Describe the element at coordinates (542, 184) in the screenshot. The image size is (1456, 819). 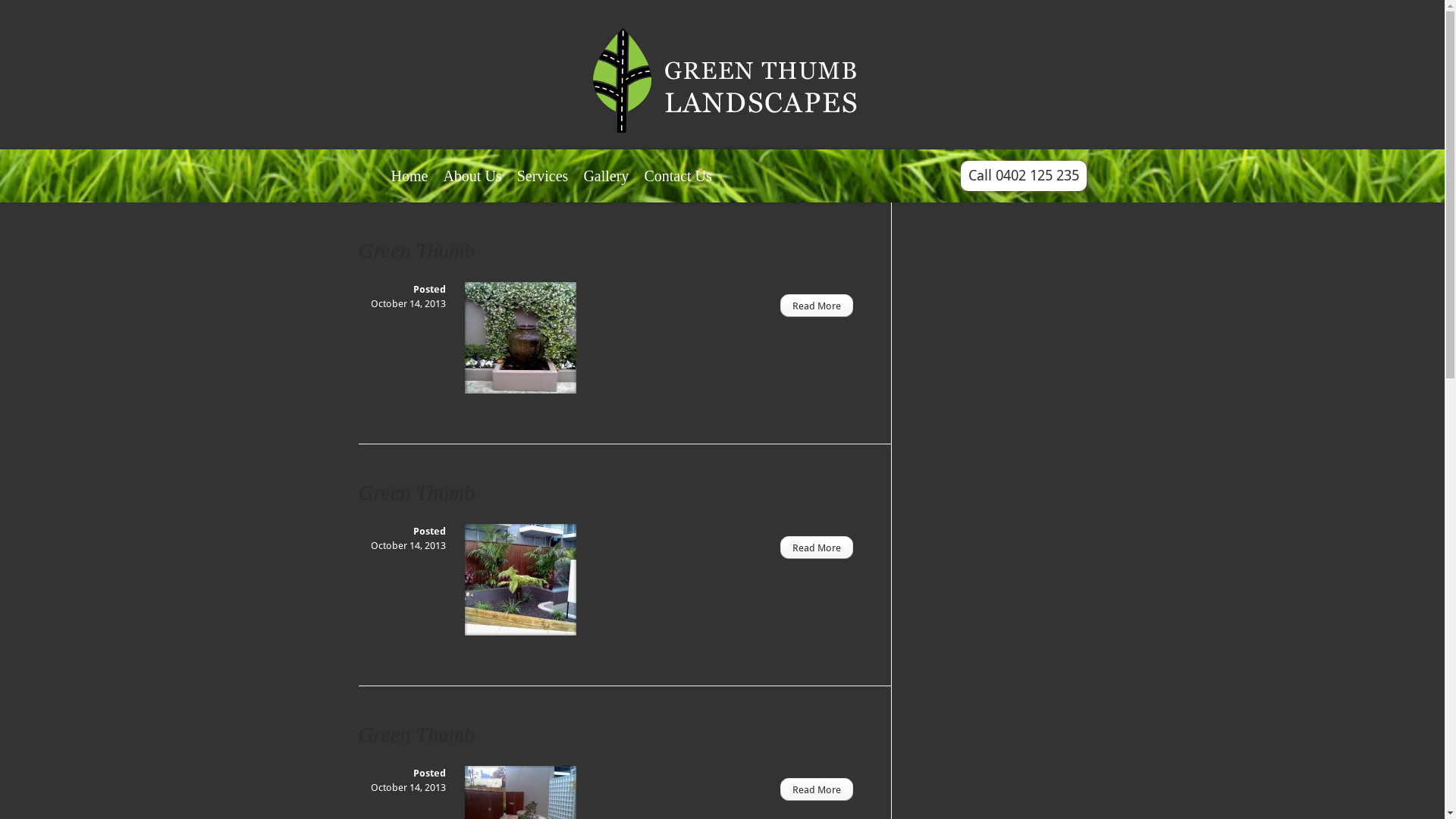
I see `'Services'` at that location.